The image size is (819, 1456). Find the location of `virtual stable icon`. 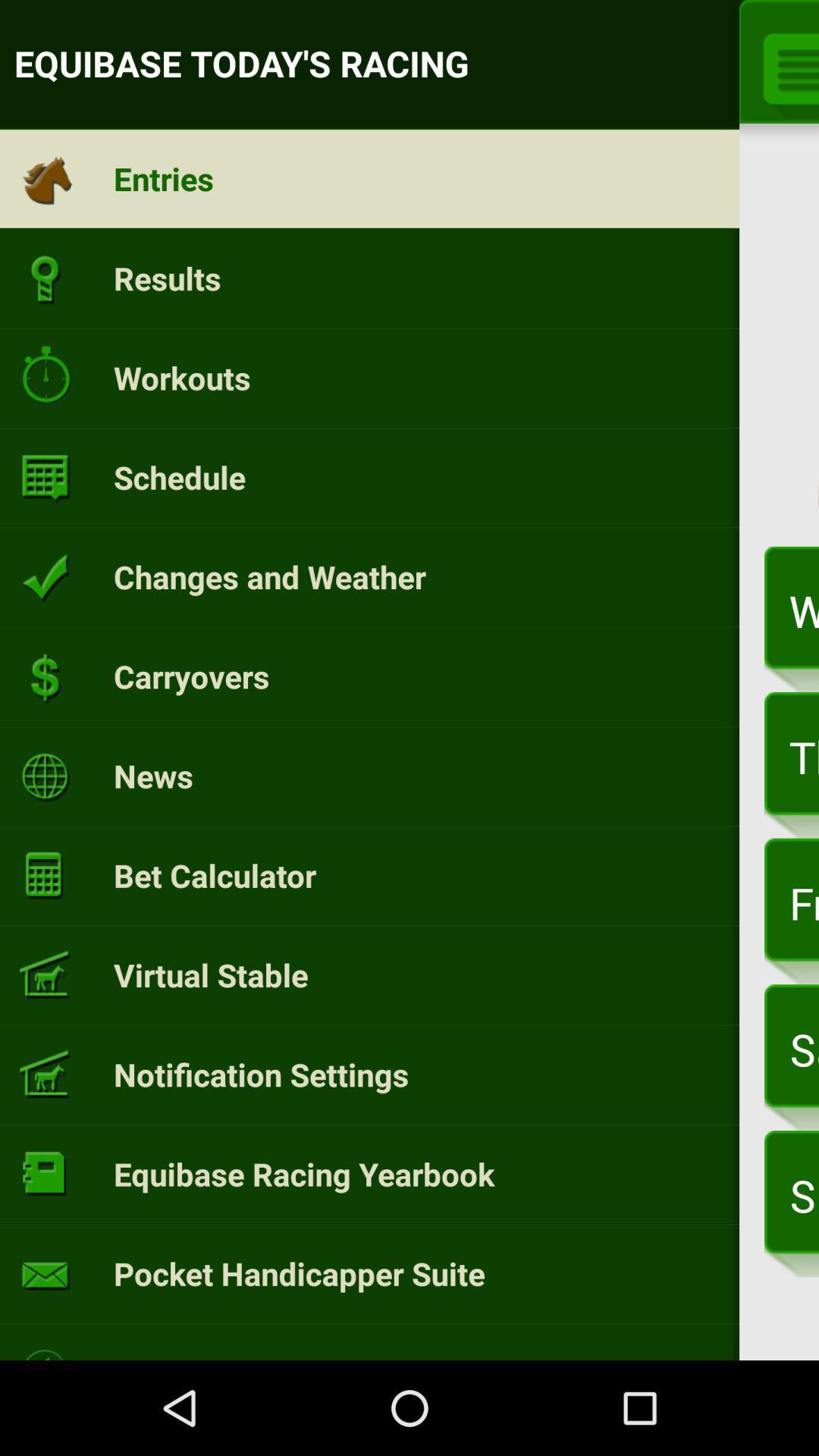

virtual stable icon is located at coordinates (211, 974).